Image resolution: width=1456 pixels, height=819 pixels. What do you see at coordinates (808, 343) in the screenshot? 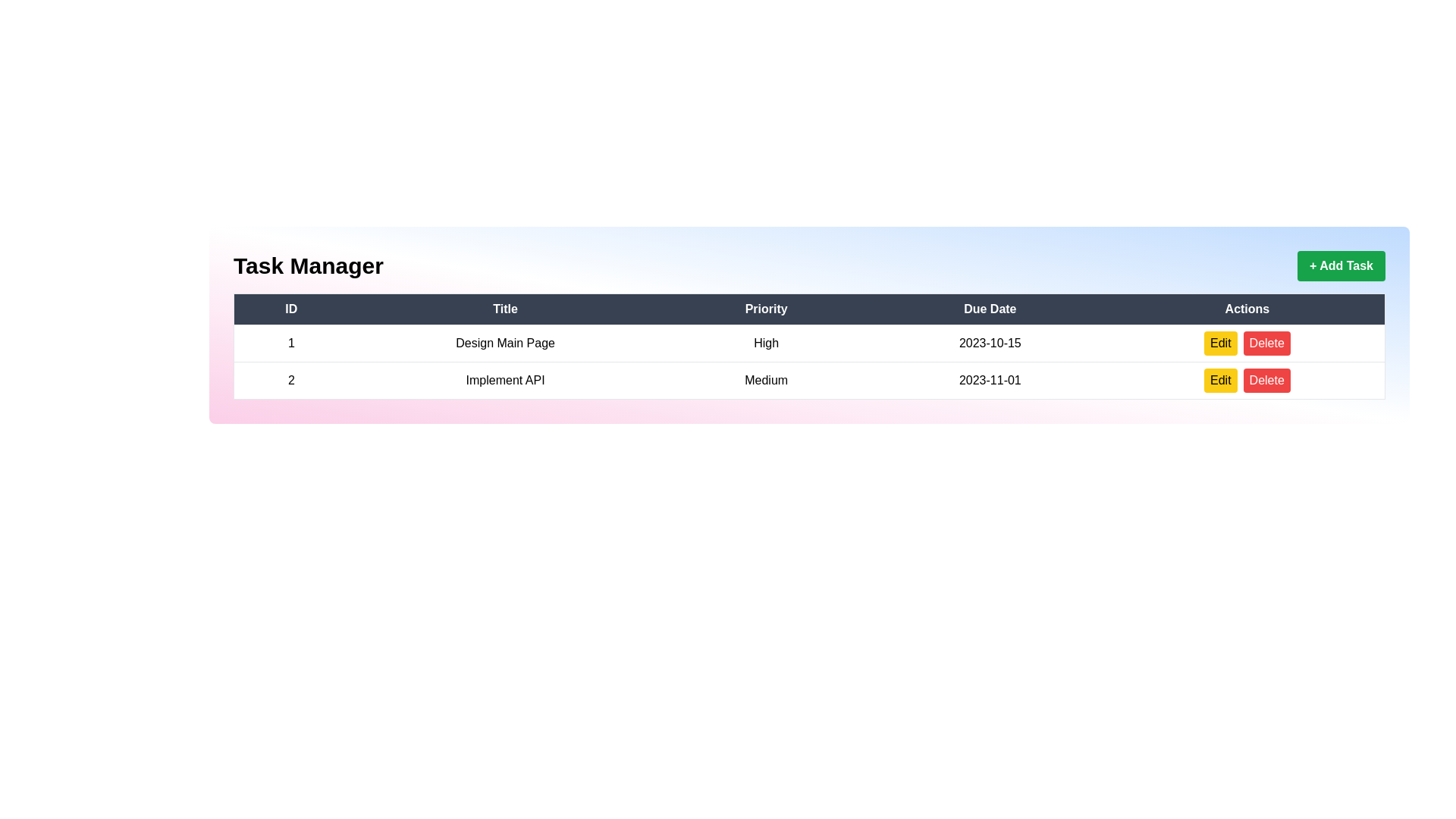
I see `the first row of the table` at bounding box center [808, 343].